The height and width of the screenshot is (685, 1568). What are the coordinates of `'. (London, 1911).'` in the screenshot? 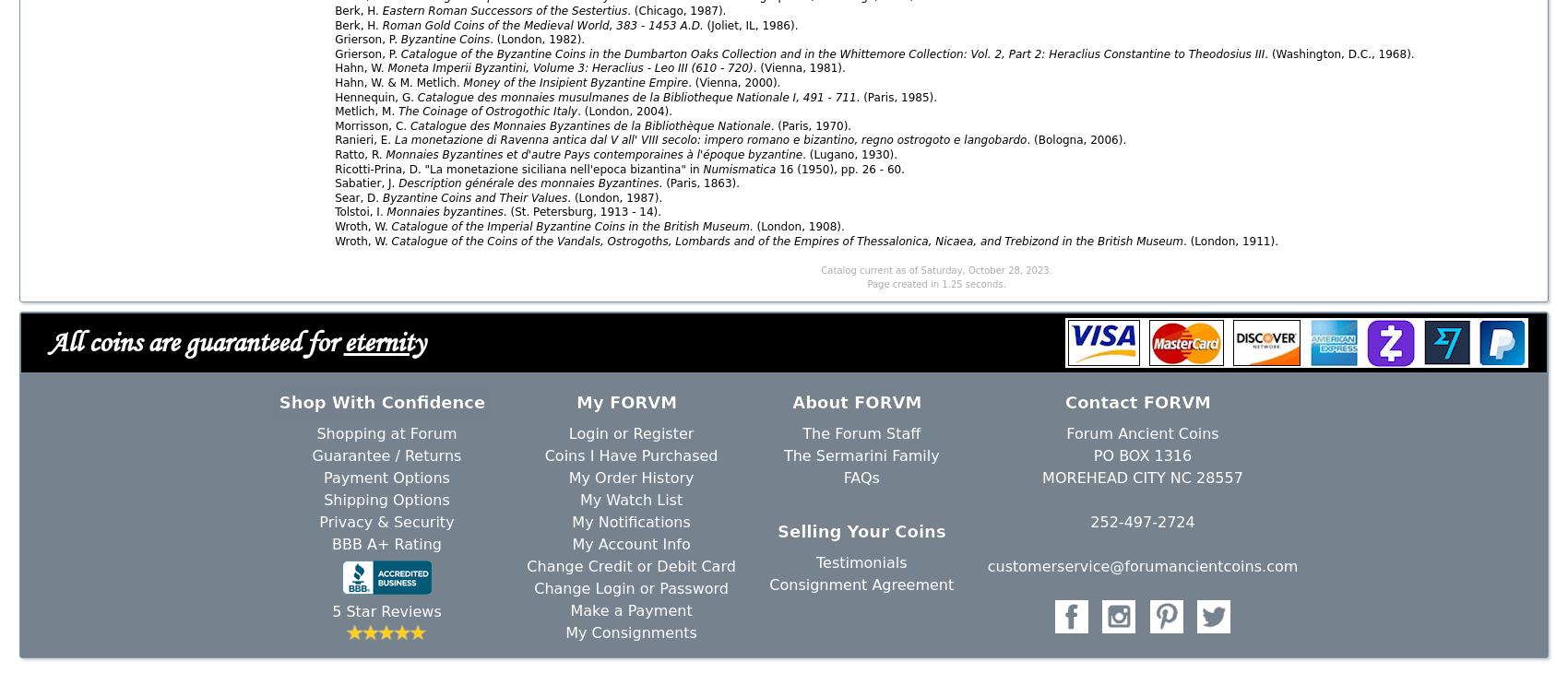 It's located at (1229, 240).